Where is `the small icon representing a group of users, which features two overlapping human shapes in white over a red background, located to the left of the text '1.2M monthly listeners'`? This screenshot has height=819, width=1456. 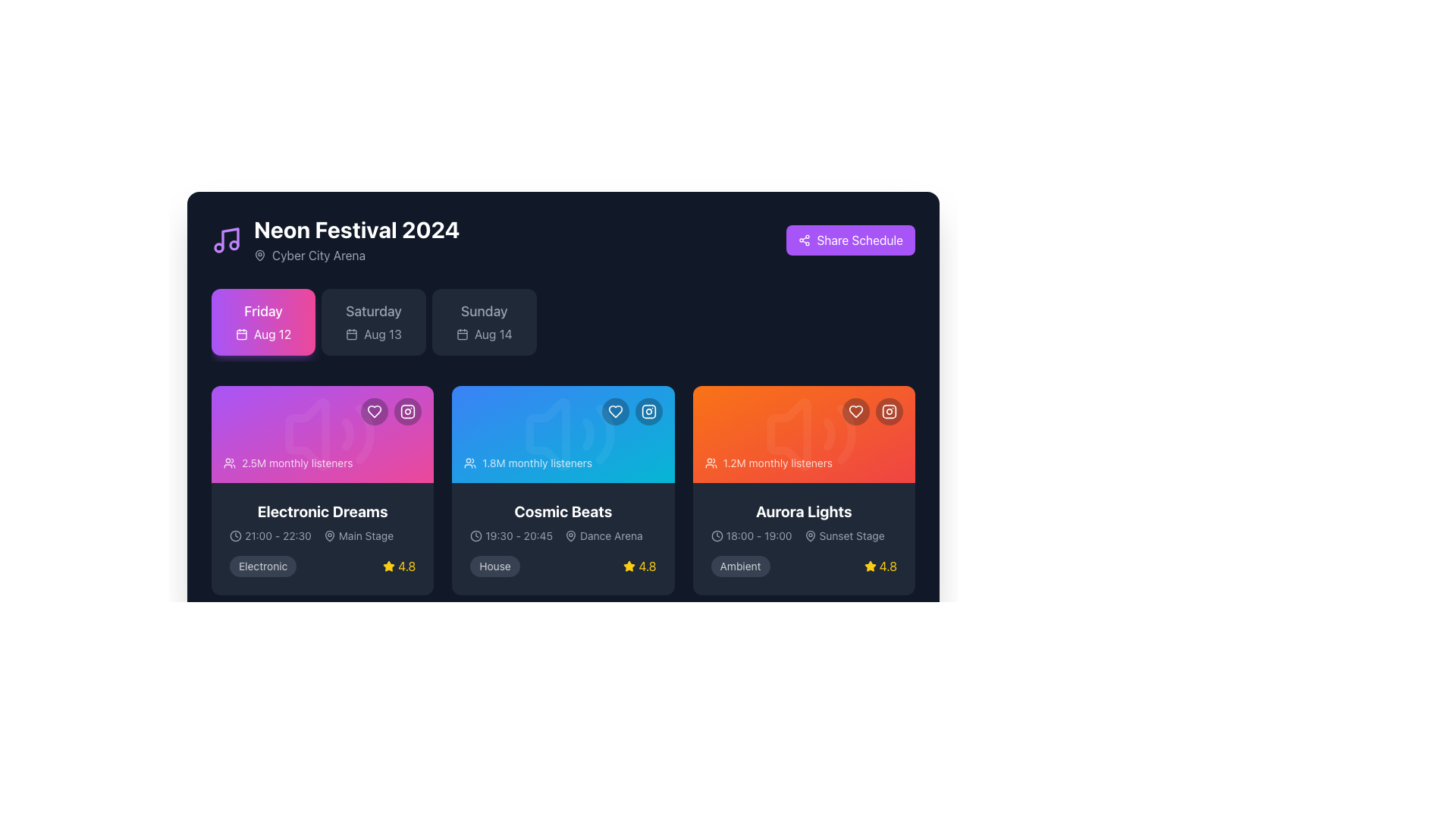
the small icon representing a group of users, which features two overlapping human shapes in white over a red background, located to the left of the text '1.2M monthly listeners' is located at coordinates (710, 462).